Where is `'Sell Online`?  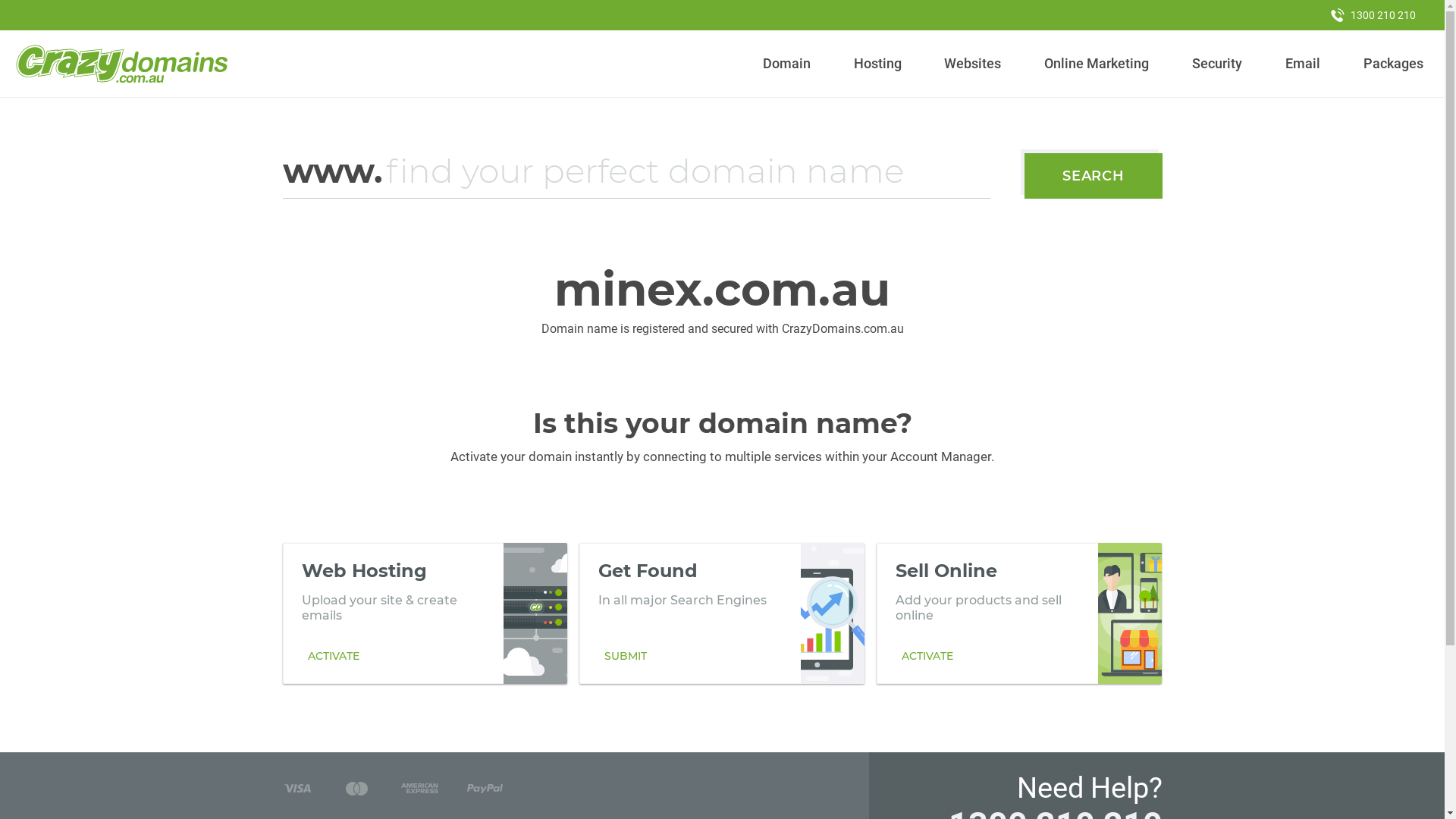 'Sell Online is located at coordinates (1019, 613).